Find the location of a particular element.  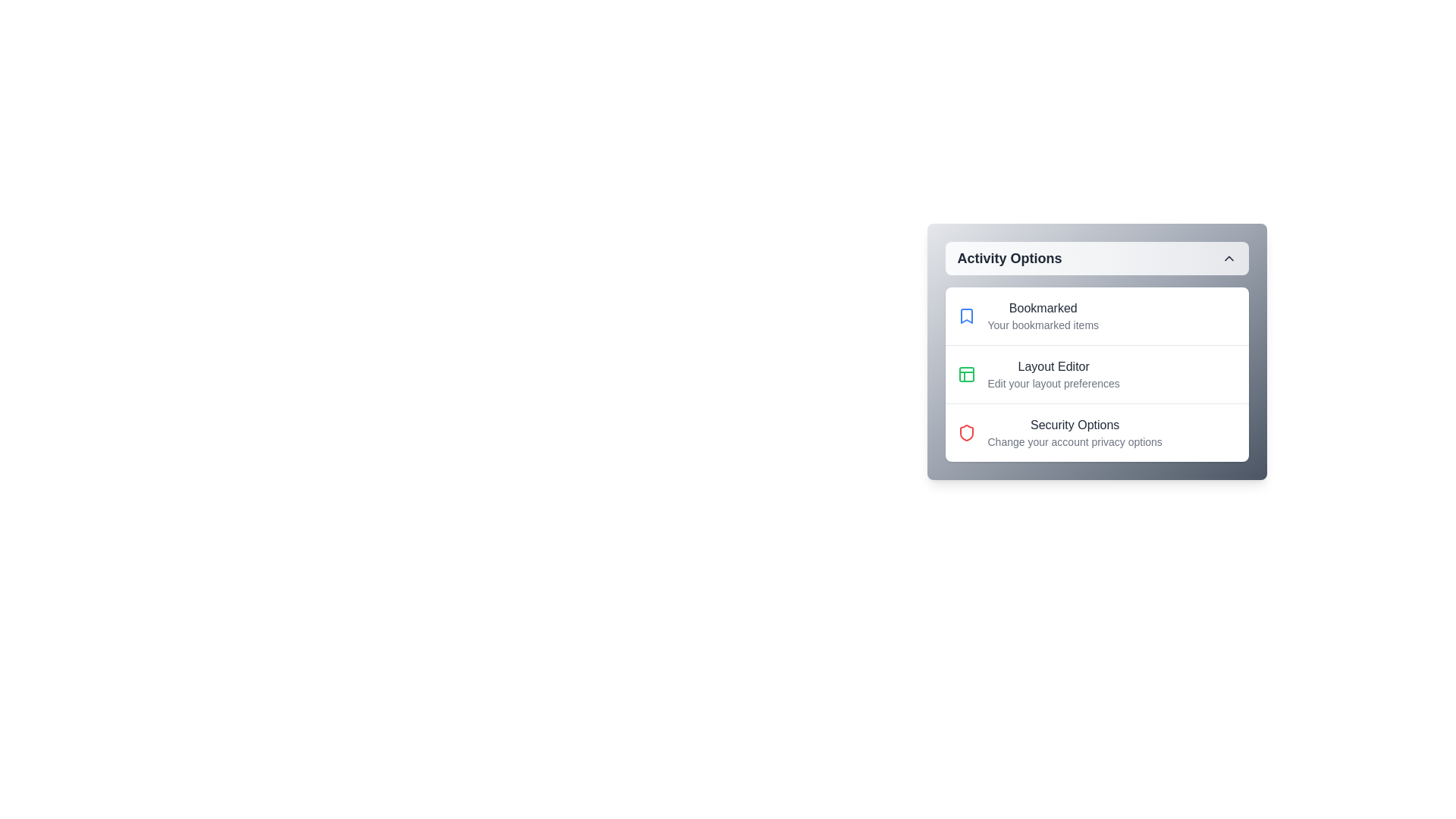

the green outline icon representing the layout editor, which is positioned to the left of the 'Layout Editor' text in the 'Activity Options' widget is located at coordinates (965, 374).